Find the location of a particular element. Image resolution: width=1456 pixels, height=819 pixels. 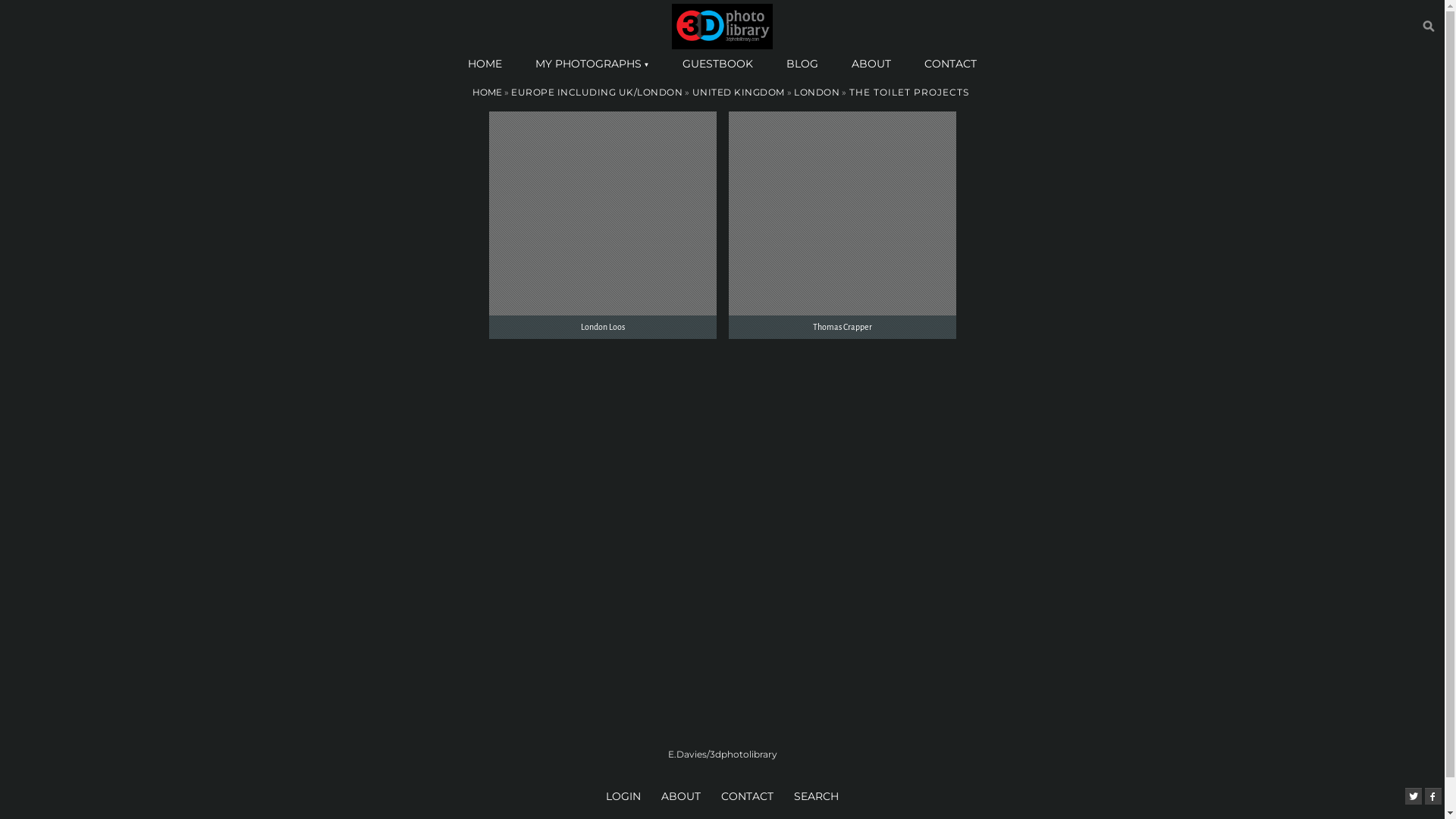

'HOME' is located at coordinates (484, 63).